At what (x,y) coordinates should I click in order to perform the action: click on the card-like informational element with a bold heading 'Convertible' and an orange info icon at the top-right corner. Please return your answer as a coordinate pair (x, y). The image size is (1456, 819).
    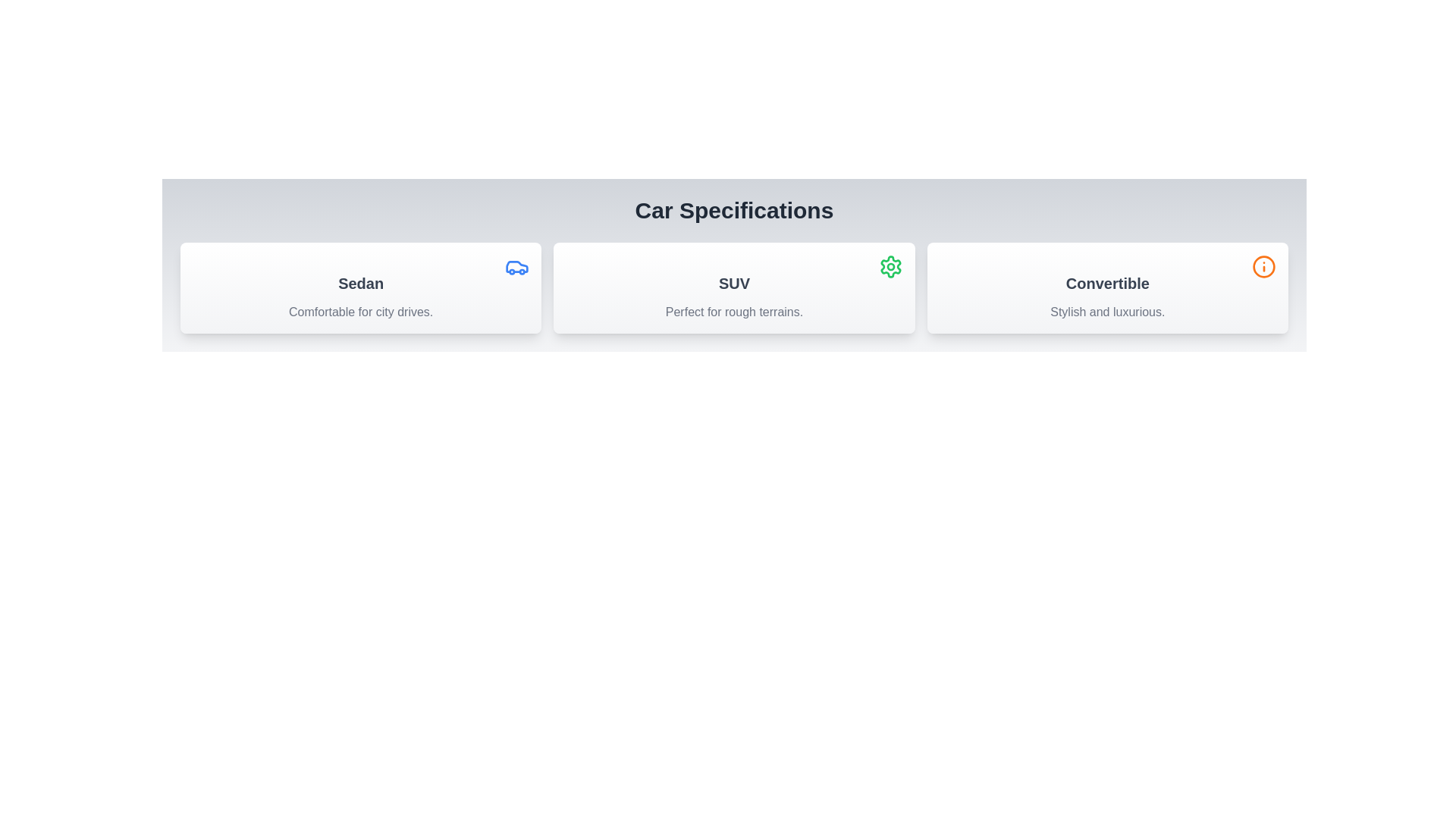
    Looking at the image, I should click on (1107, 288).